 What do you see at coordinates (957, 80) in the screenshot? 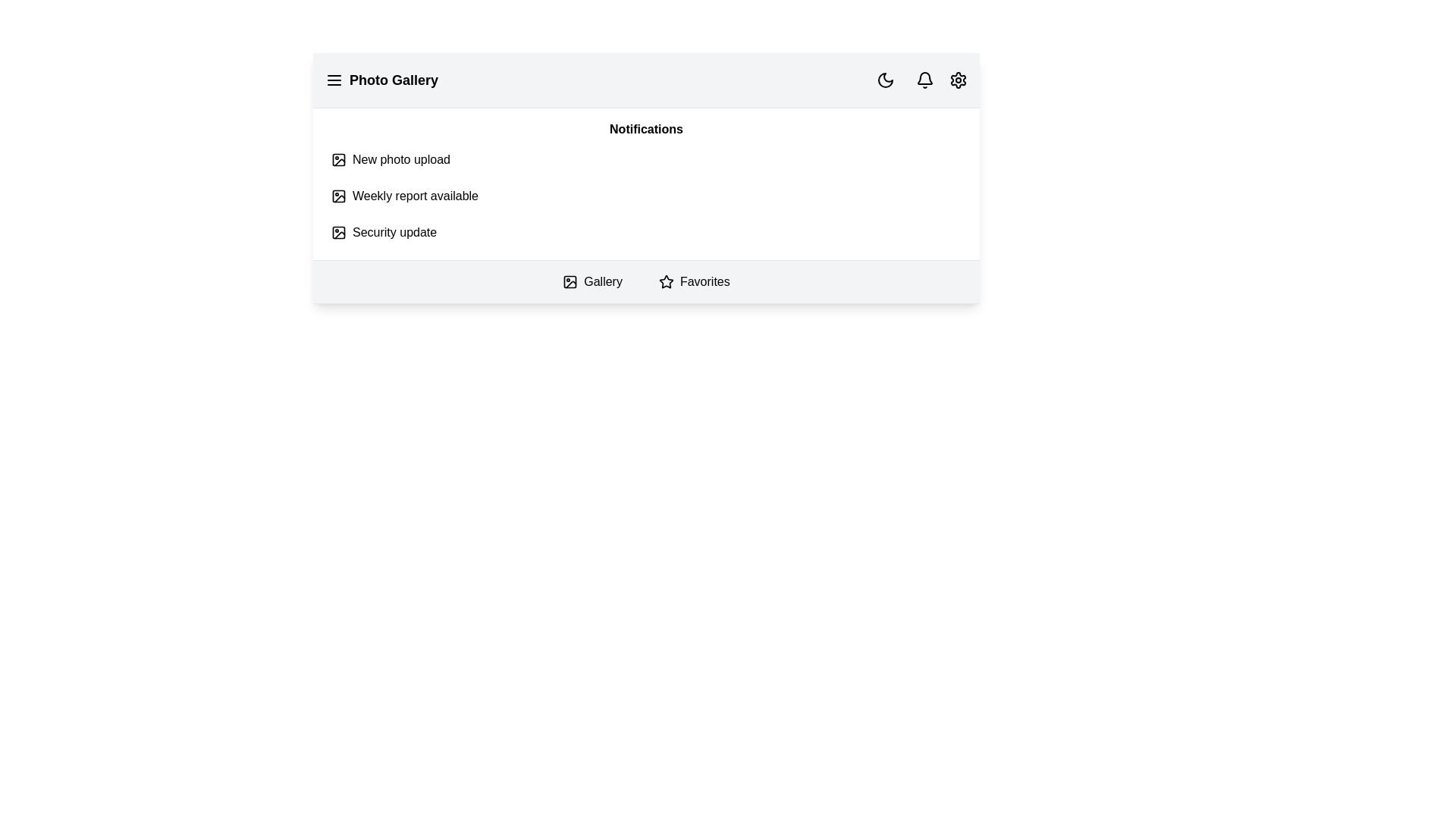
I see `the settings icon located at the top-right corner of the app bar` at bounding box center [957, 80].